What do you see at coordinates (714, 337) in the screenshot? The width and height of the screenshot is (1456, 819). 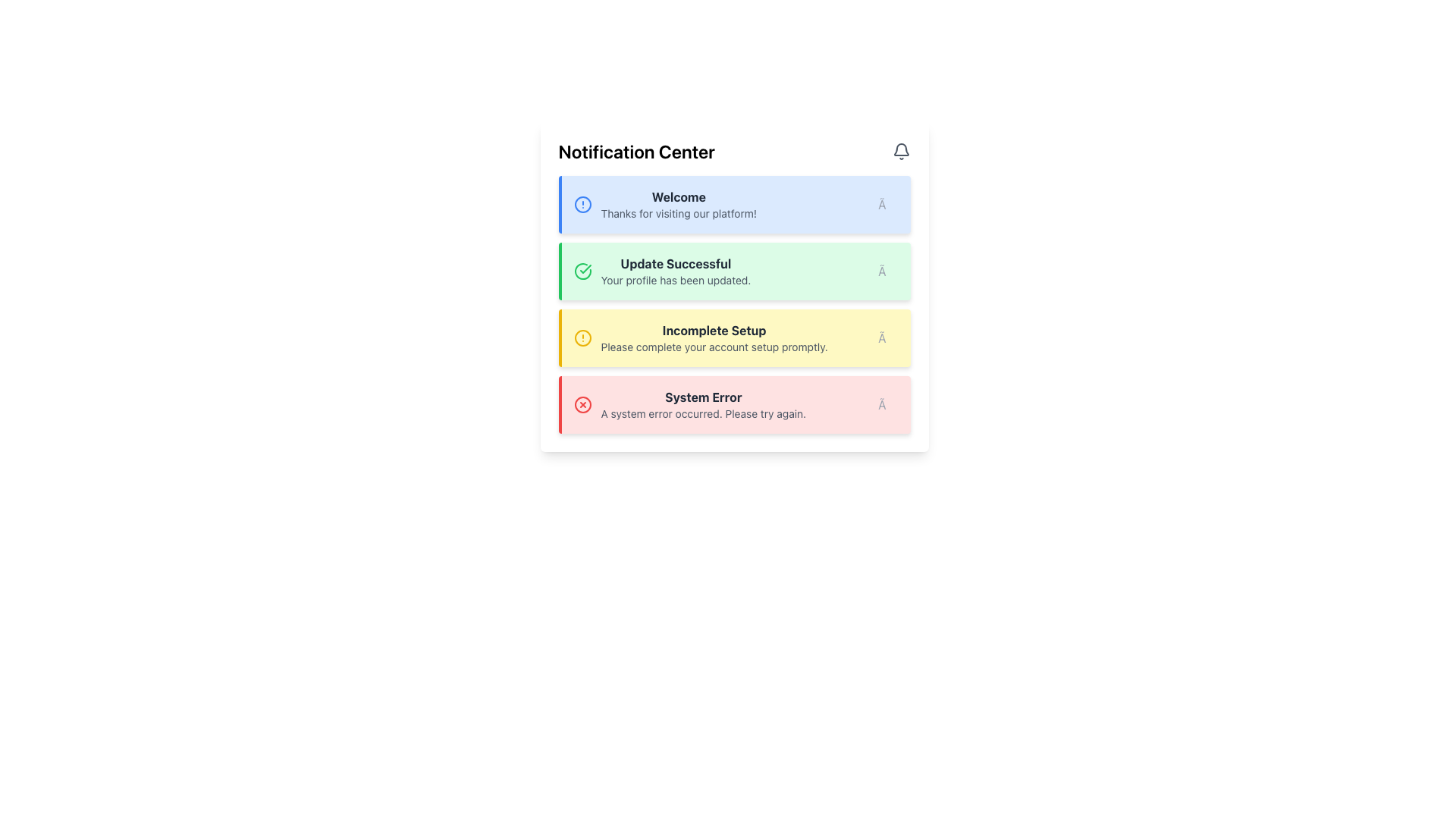 I see `notification titled 'Incomplete Setup' which prompts to complete account setup promptly, located in the third notification entry of the notification center` at bounding box center [714, 337].